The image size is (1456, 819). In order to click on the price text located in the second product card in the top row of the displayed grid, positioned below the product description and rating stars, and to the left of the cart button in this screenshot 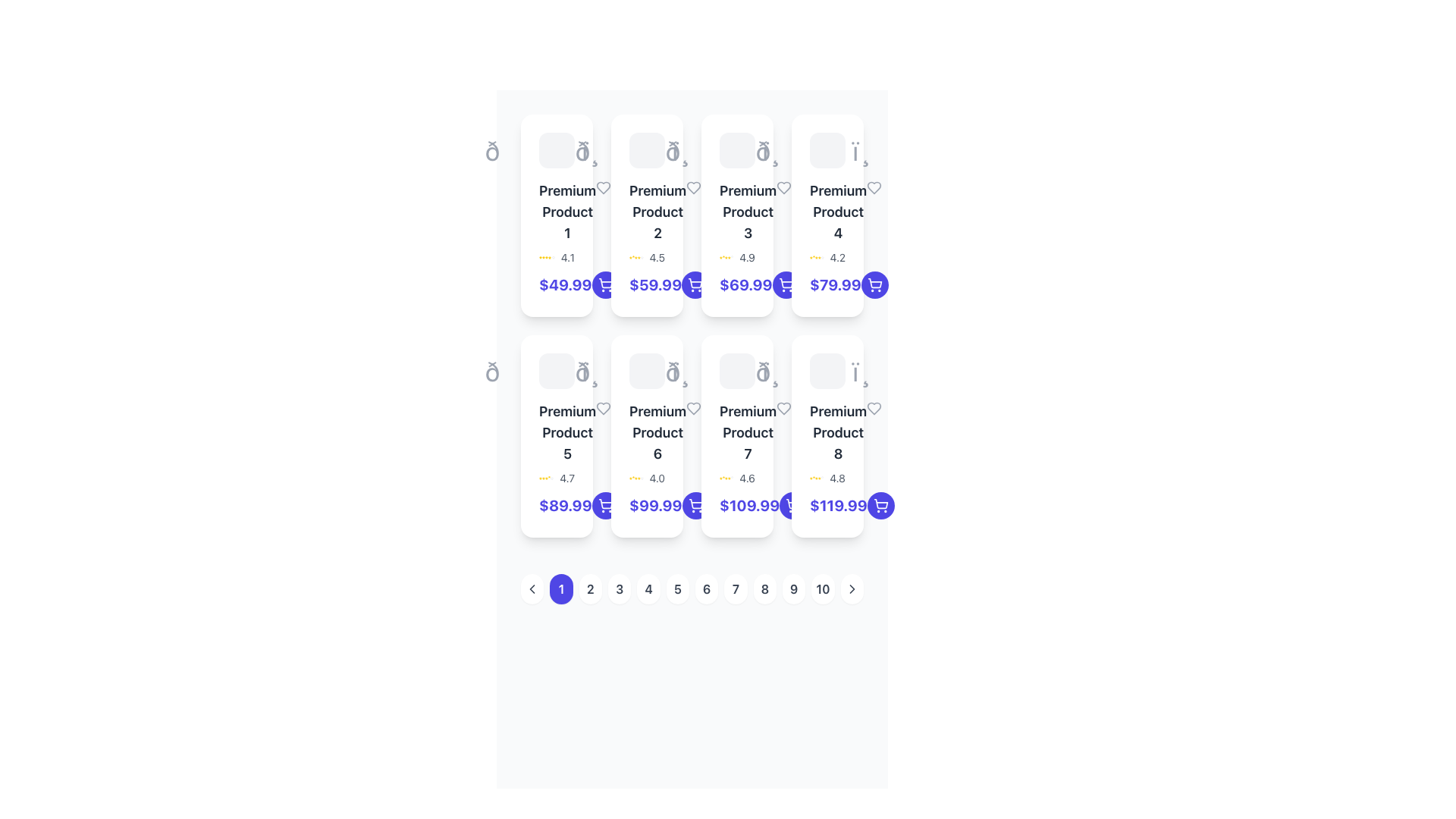, I will do `click(655, 284)`.